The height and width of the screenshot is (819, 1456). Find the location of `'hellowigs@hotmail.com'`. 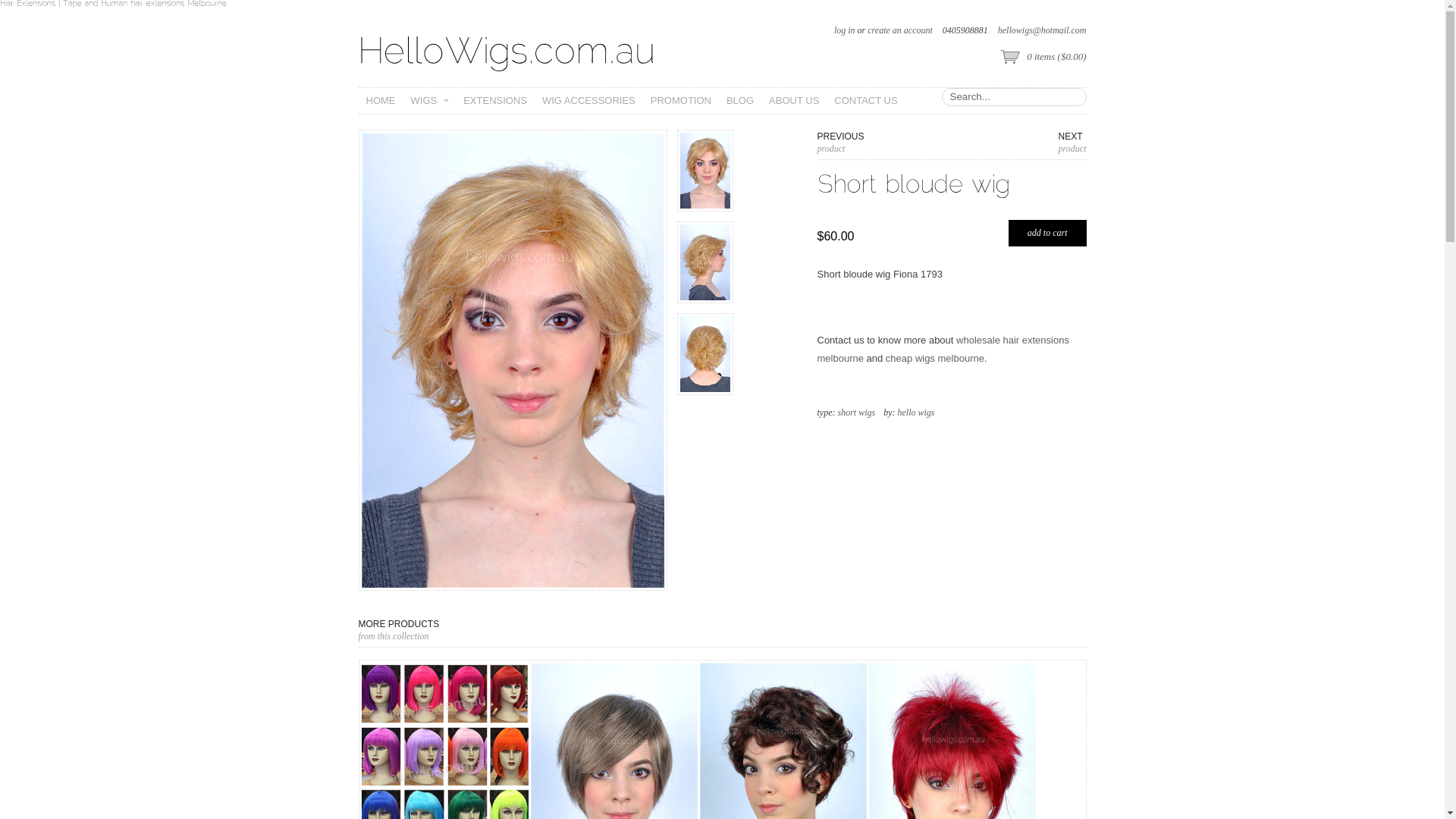

'hellowigs@hotmail.com' is located at coordinates (1041, 30).